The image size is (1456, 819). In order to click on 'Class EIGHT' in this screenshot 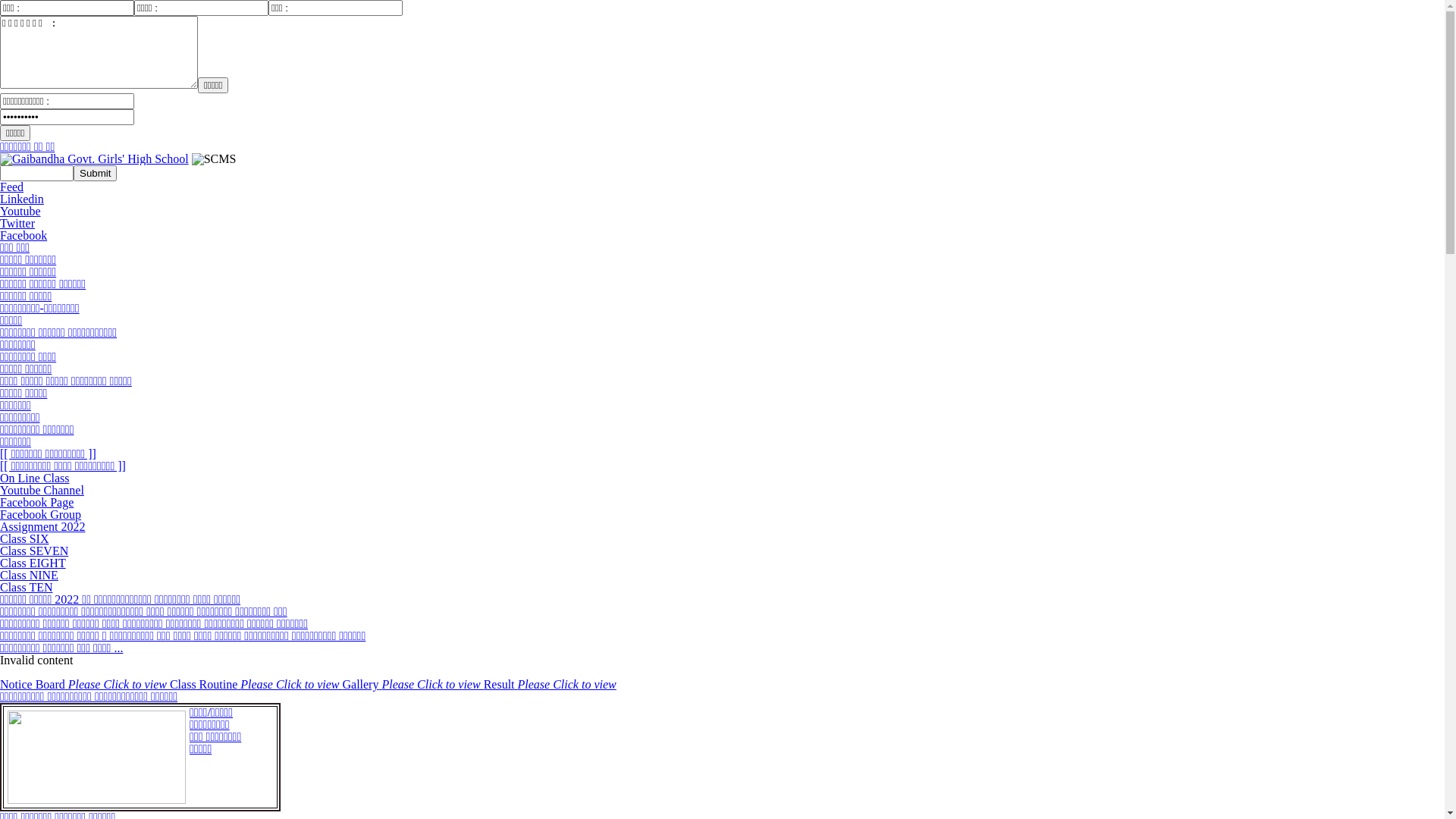, I will do `click(0, 563)`.